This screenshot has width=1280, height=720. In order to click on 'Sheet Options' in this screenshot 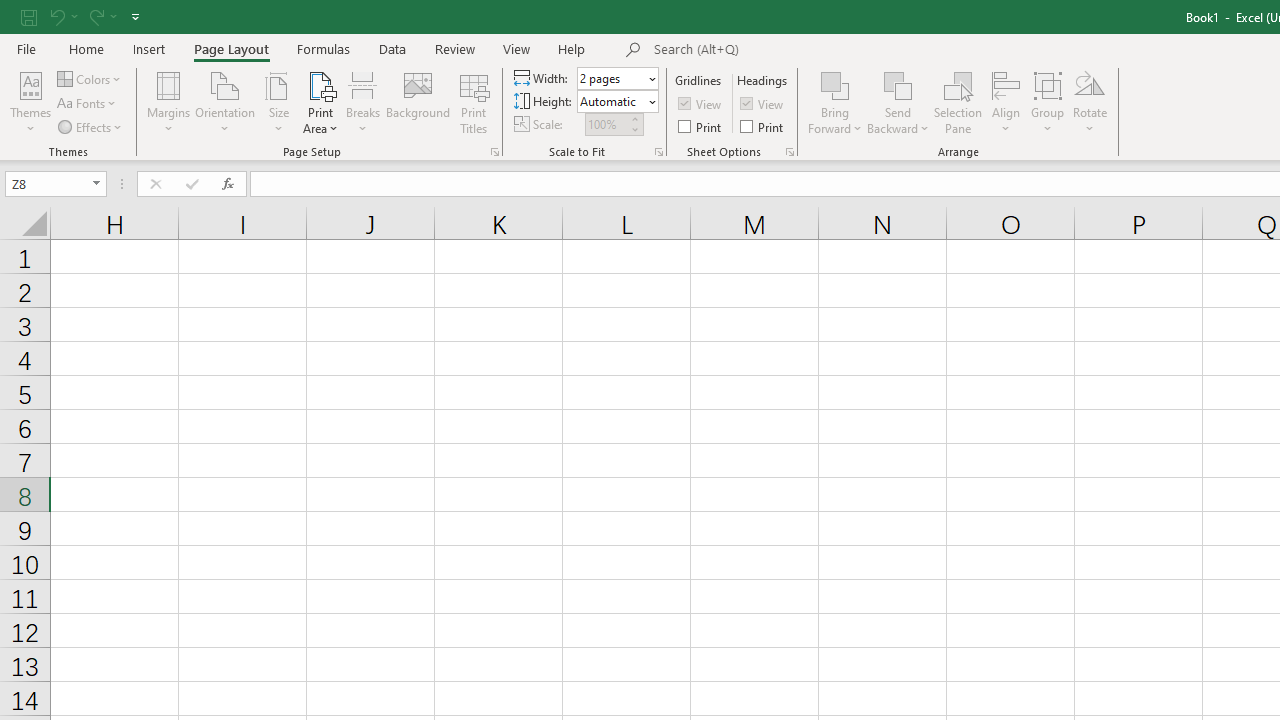, I will do `click(788, 150)`.